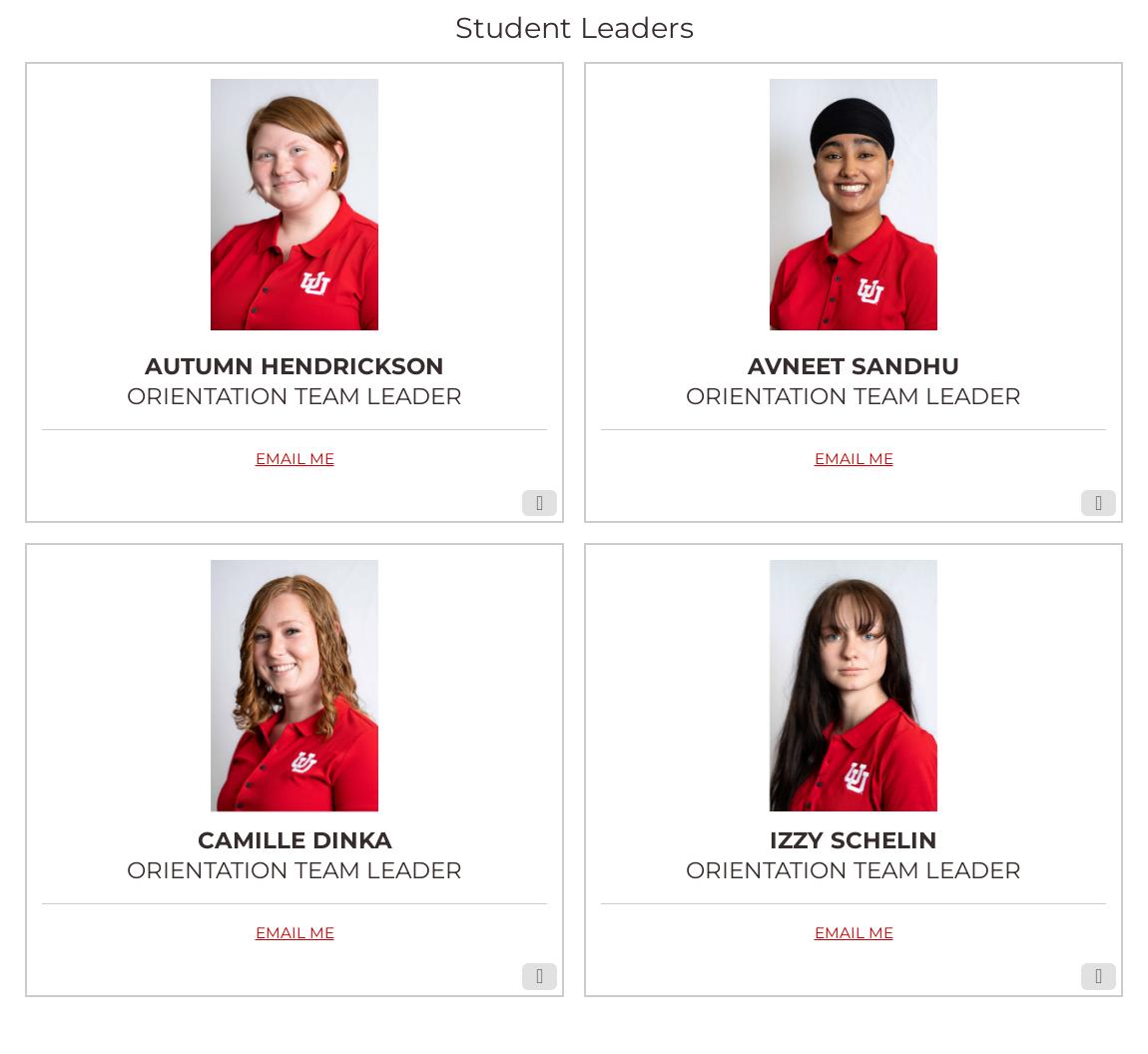  I want to click on 'AVNEET SANDHU', so click(853, 364).